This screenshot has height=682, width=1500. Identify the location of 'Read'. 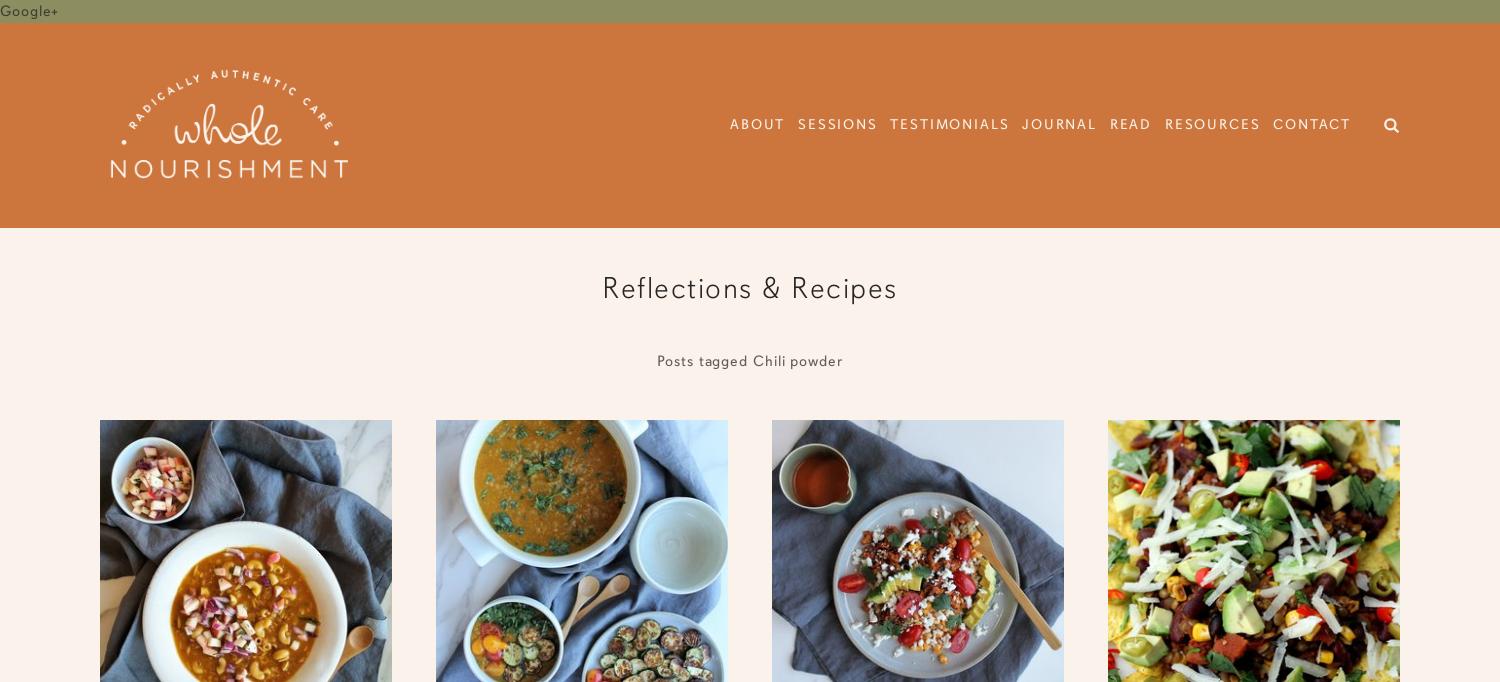
(1130, 124).